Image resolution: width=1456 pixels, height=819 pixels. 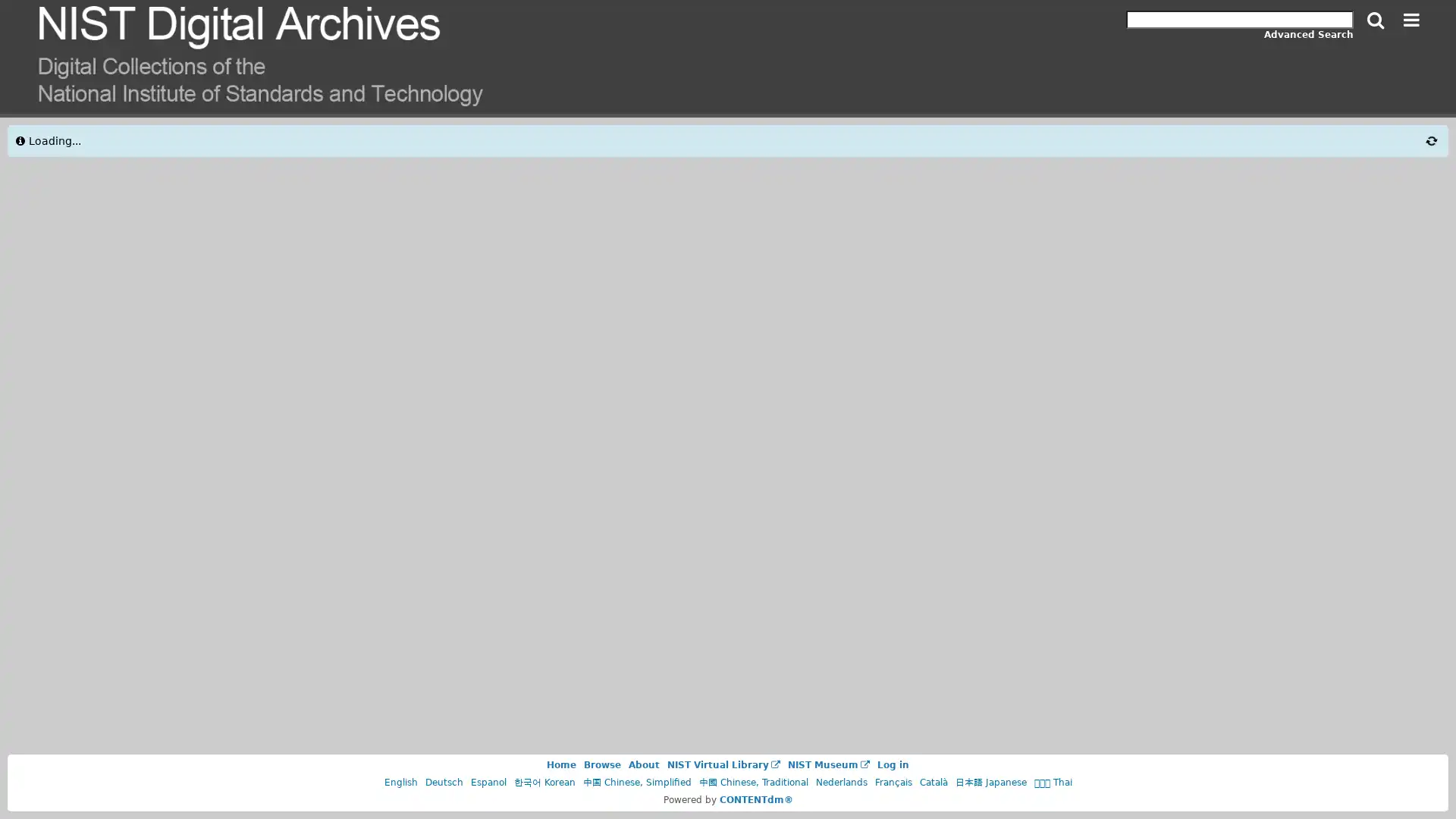 I want to click on Show All, so click(x=184, y=312).